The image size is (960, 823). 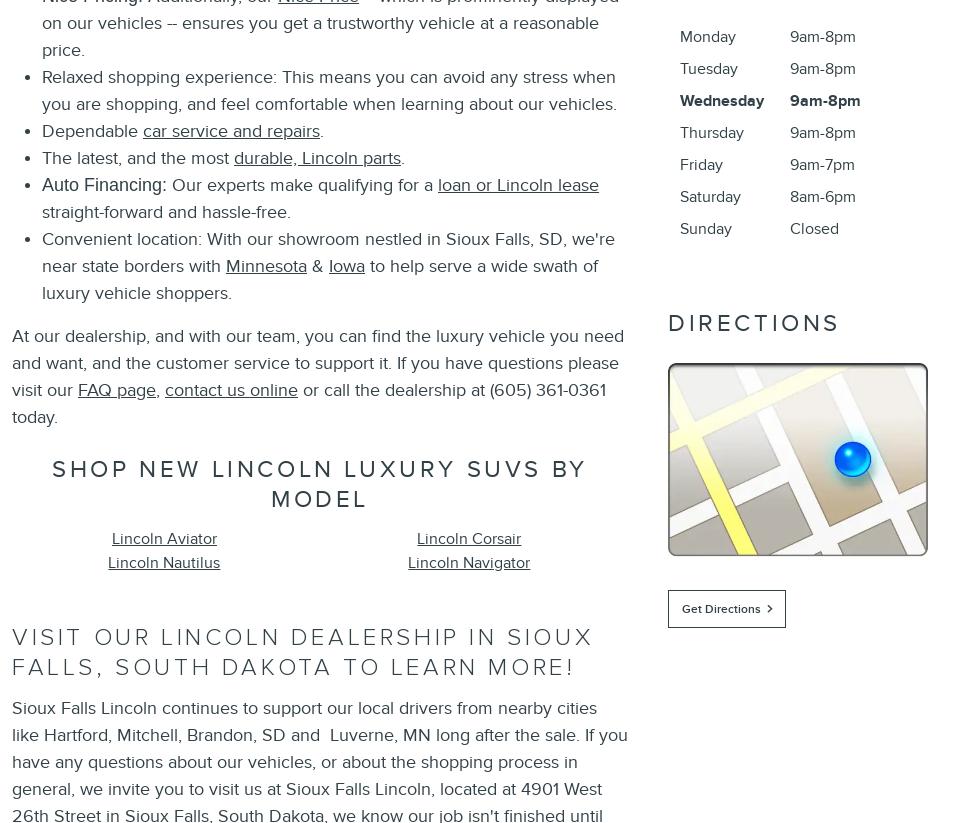 I want to click on 'Saturday', so click(x=710, y=197).